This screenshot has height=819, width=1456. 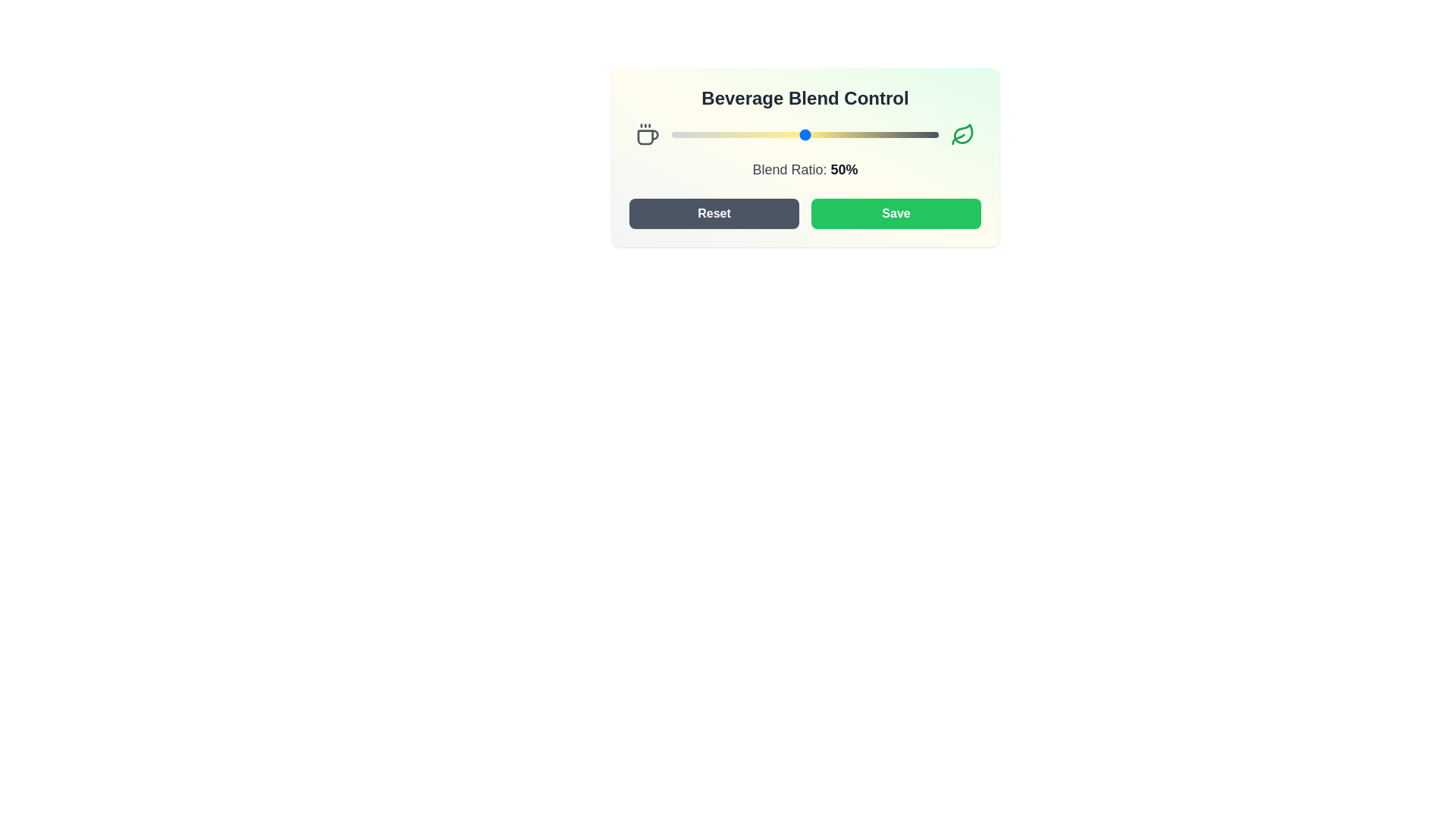 I want to click on 'Save' button to confirm the blend ratio, so click(x=896, y=213).